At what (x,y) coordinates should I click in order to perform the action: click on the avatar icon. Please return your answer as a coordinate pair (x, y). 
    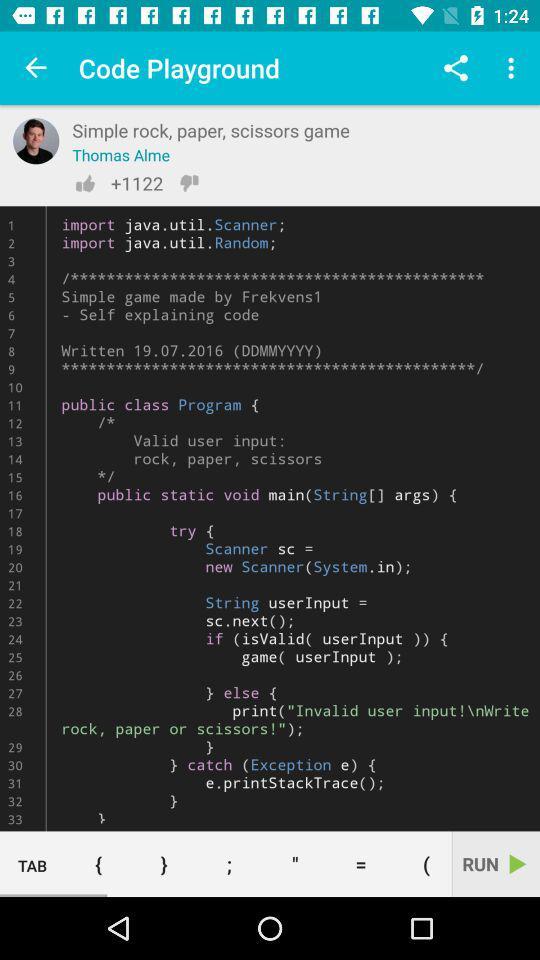
    Looking at the image, I should click on (36, 140).